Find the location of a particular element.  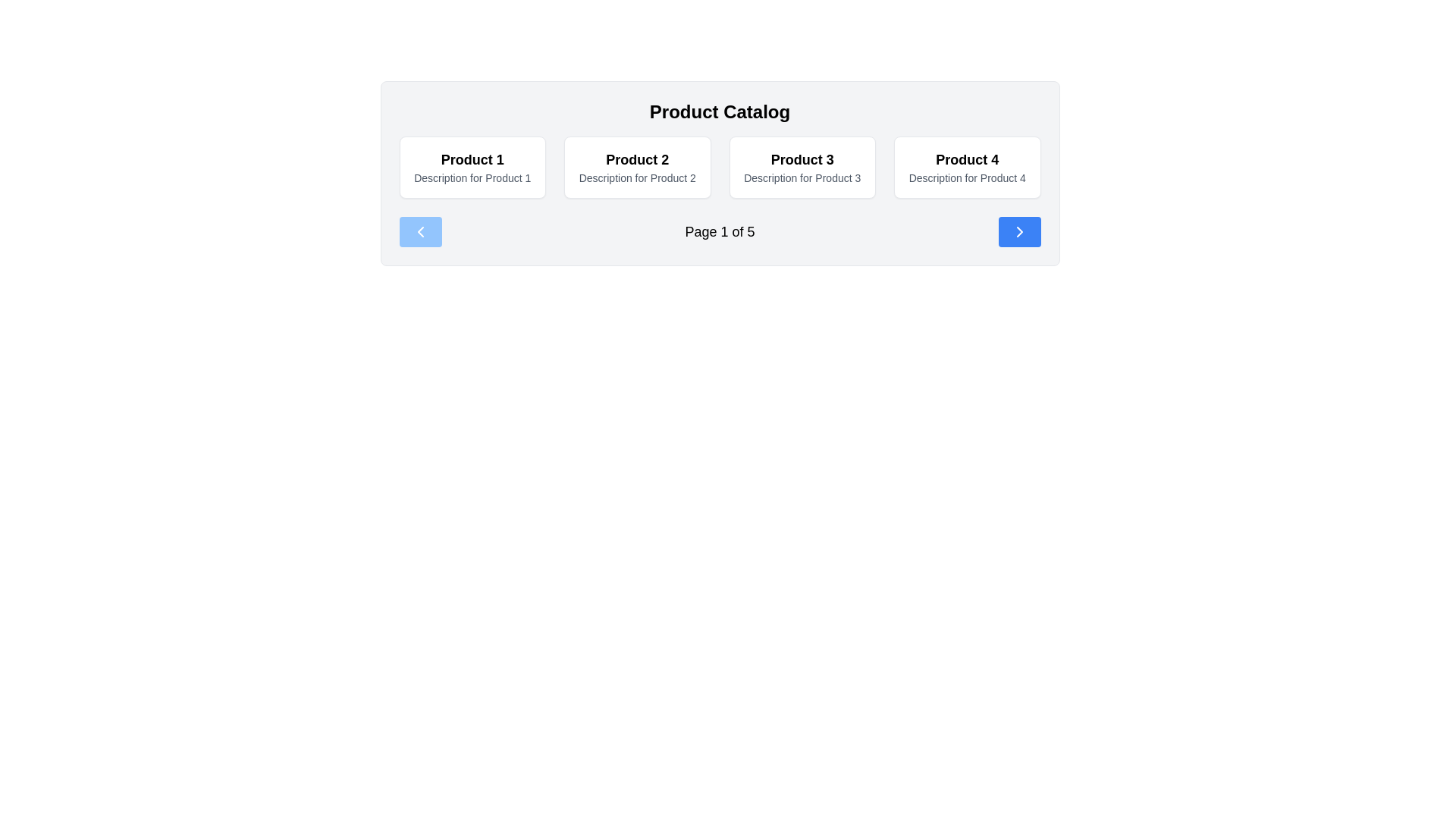

the Display Card is located at coordinates (966, 167).